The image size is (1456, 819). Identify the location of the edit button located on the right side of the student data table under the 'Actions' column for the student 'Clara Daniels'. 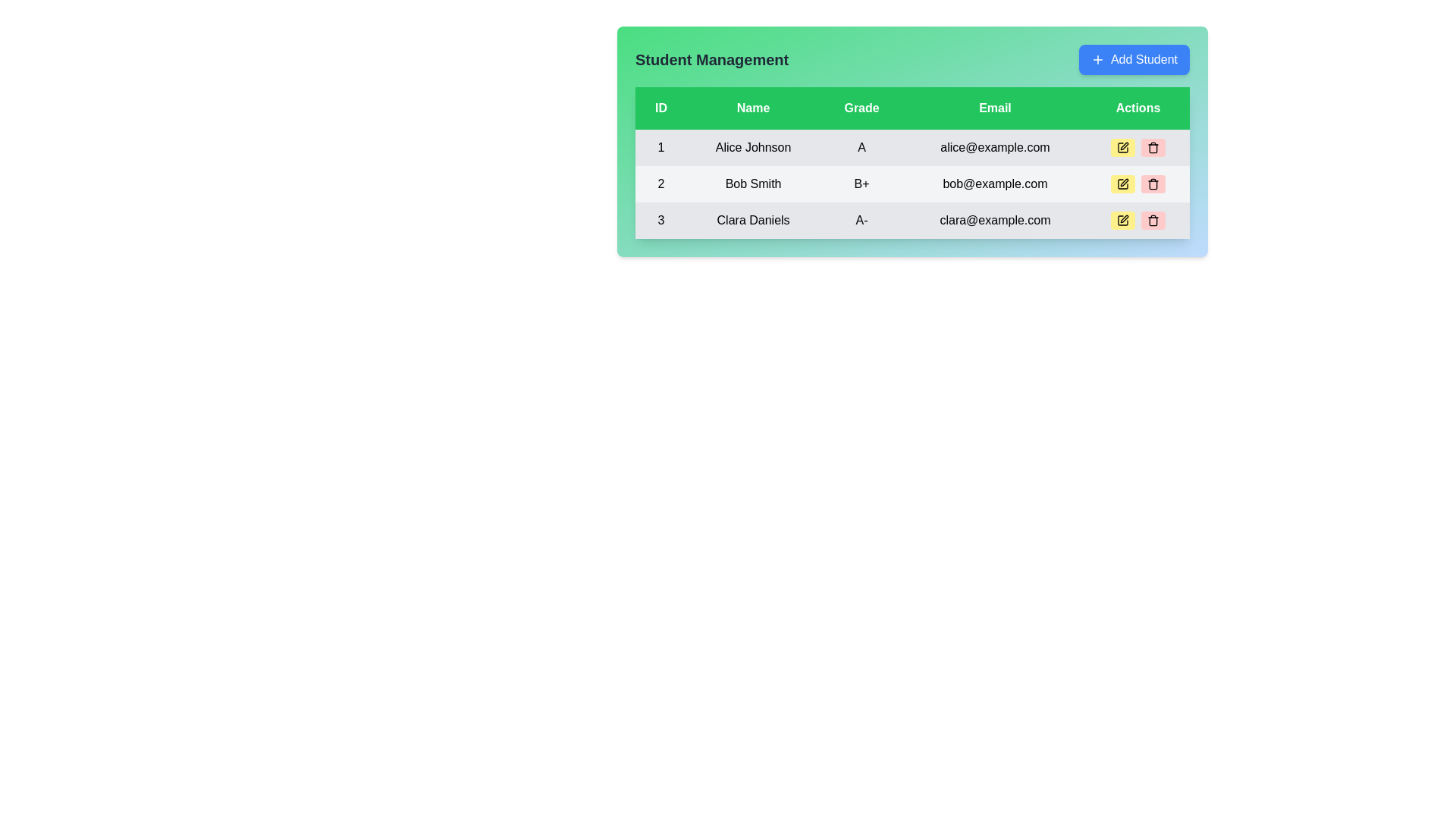
(1122, 220).